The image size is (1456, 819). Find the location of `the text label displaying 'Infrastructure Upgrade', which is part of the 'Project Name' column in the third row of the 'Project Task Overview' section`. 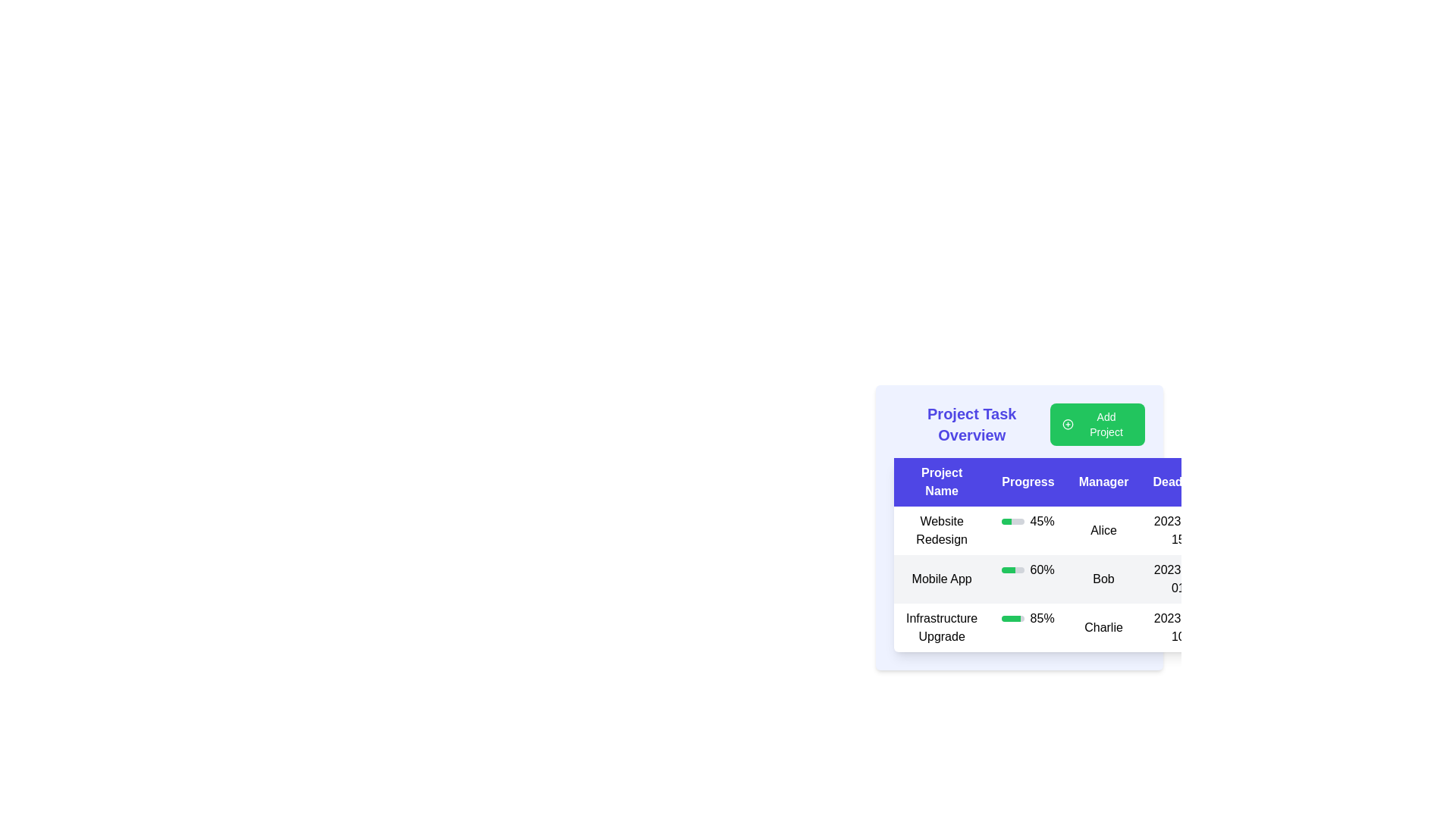

the text label displaying 'Infrastructure Upgrade', which is part of the 'Project Name' column in the third row of the 'Project Task Overview' section is located at coordinates (941, 628).